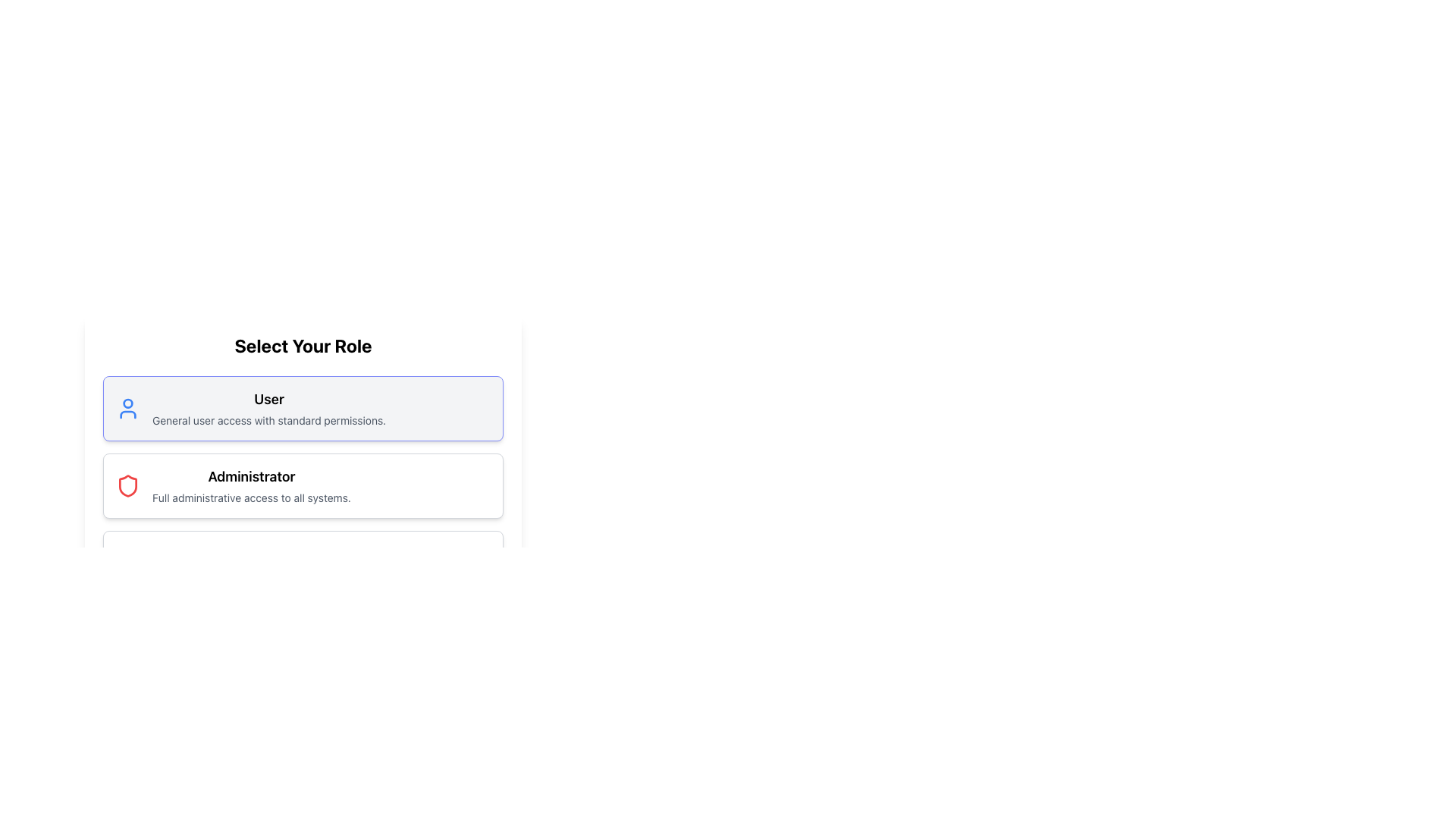  I want to click on the administrator role icon, which symbolizes protection or security, located within the 'Administrator' button in the role selection list, so click(127, 485).